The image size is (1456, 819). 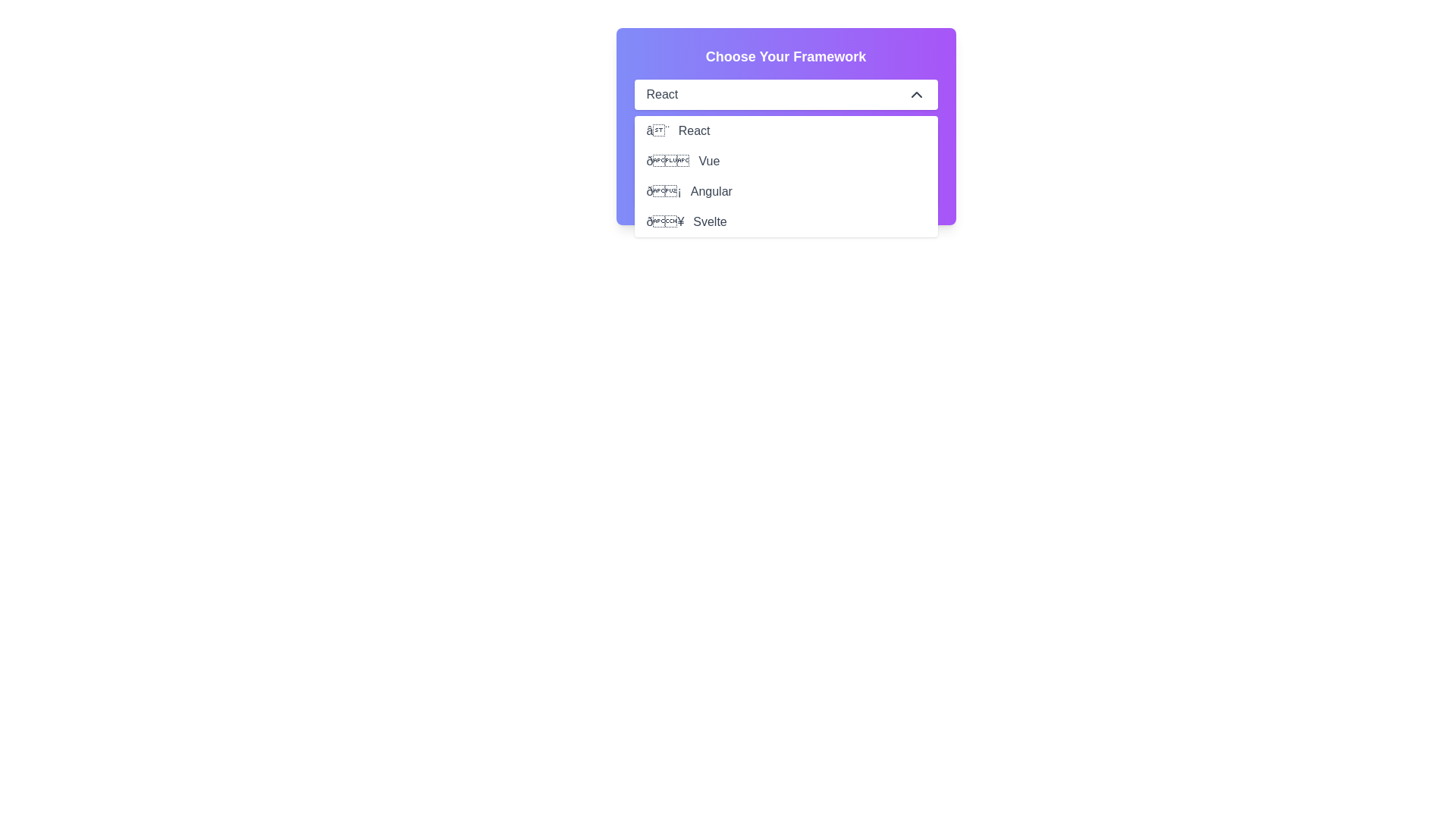 I want to click on the fourth dropdown menu item labeled 'Svelte' within the 'Choose Your Framework' dropdown, so click(x=786, y=222).